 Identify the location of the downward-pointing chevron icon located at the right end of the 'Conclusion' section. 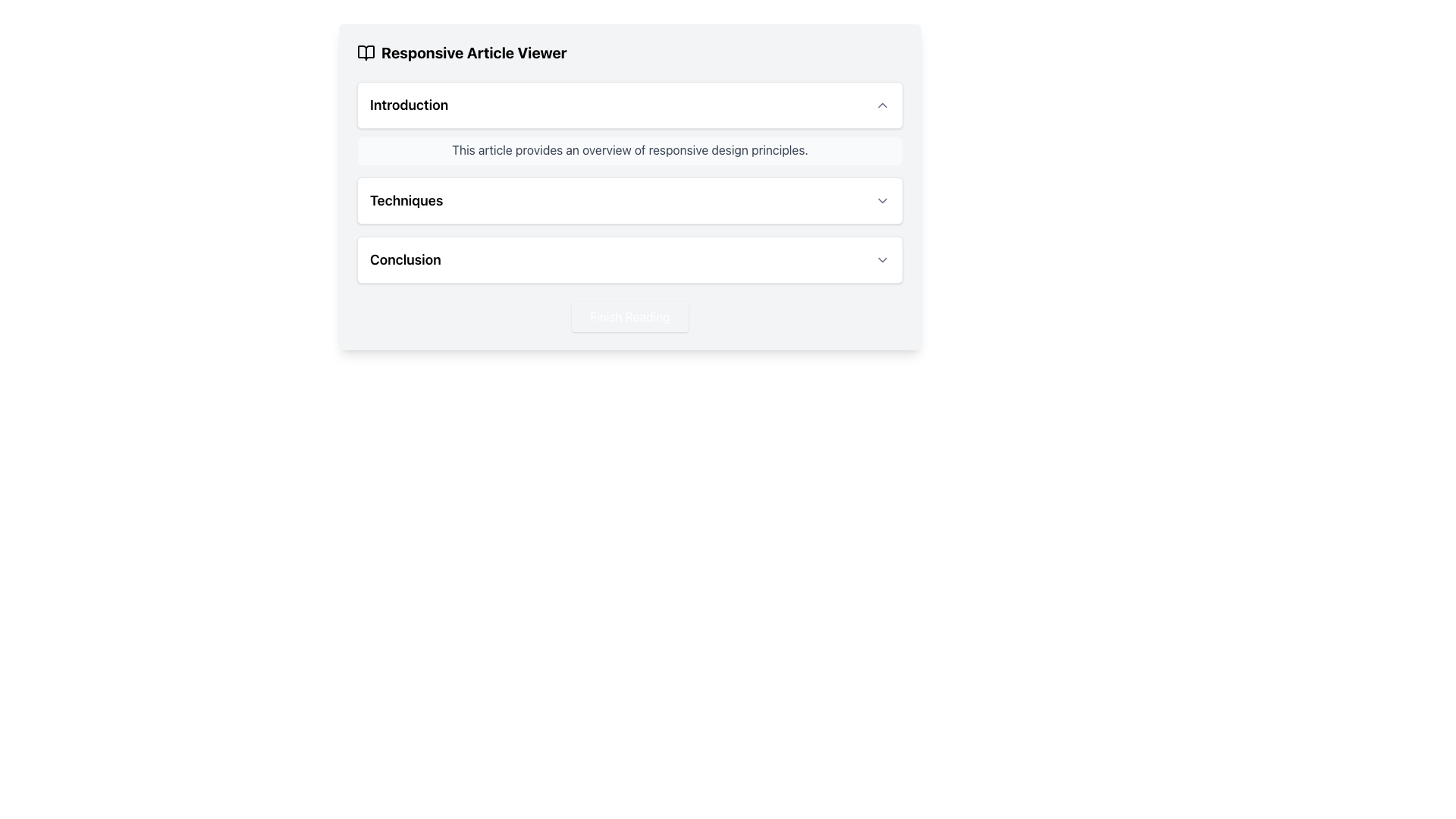
(882, 259).